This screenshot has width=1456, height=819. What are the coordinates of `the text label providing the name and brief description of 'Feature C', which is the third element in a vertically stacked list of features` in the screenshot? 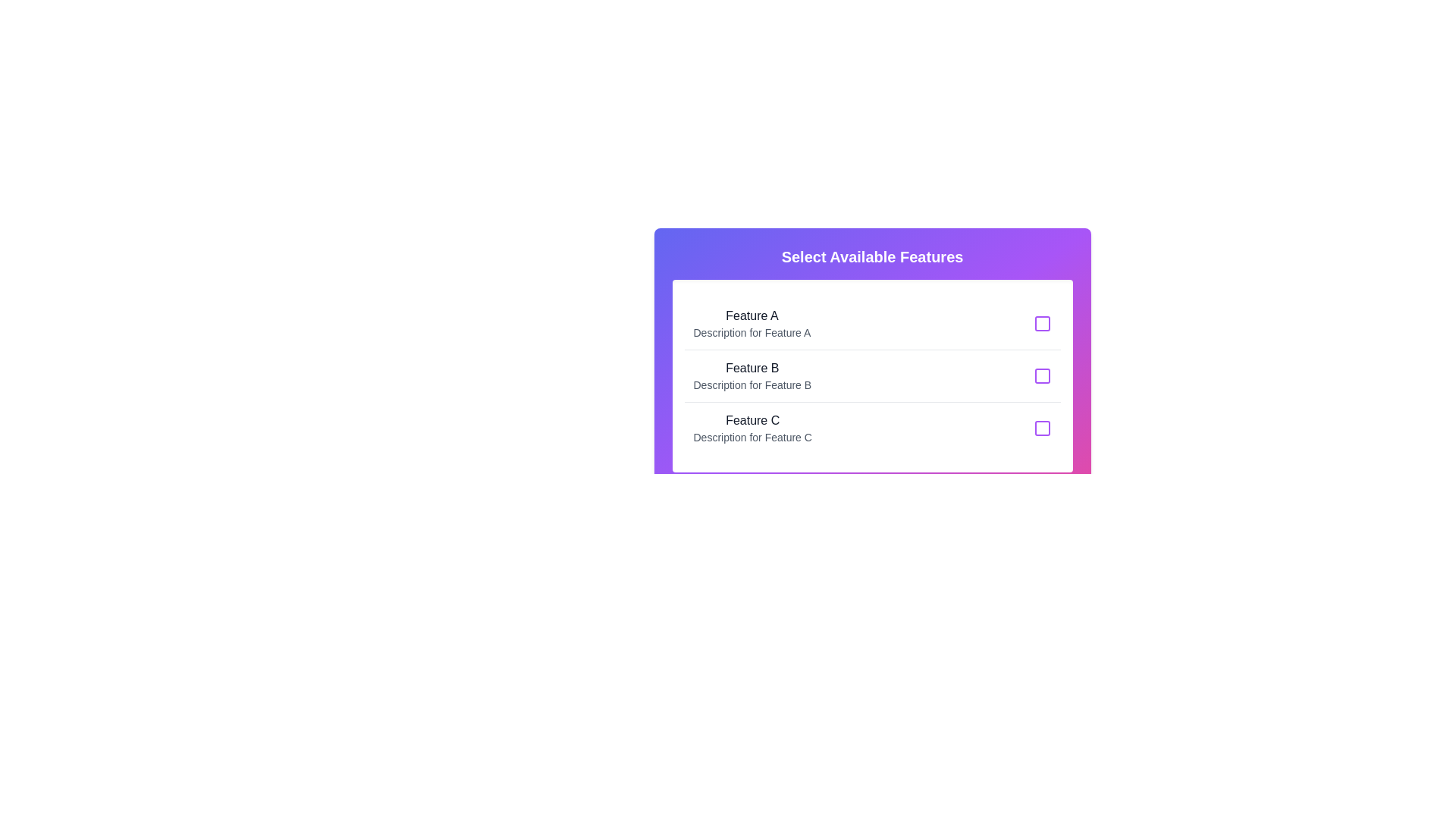 It's located at (752, 428).